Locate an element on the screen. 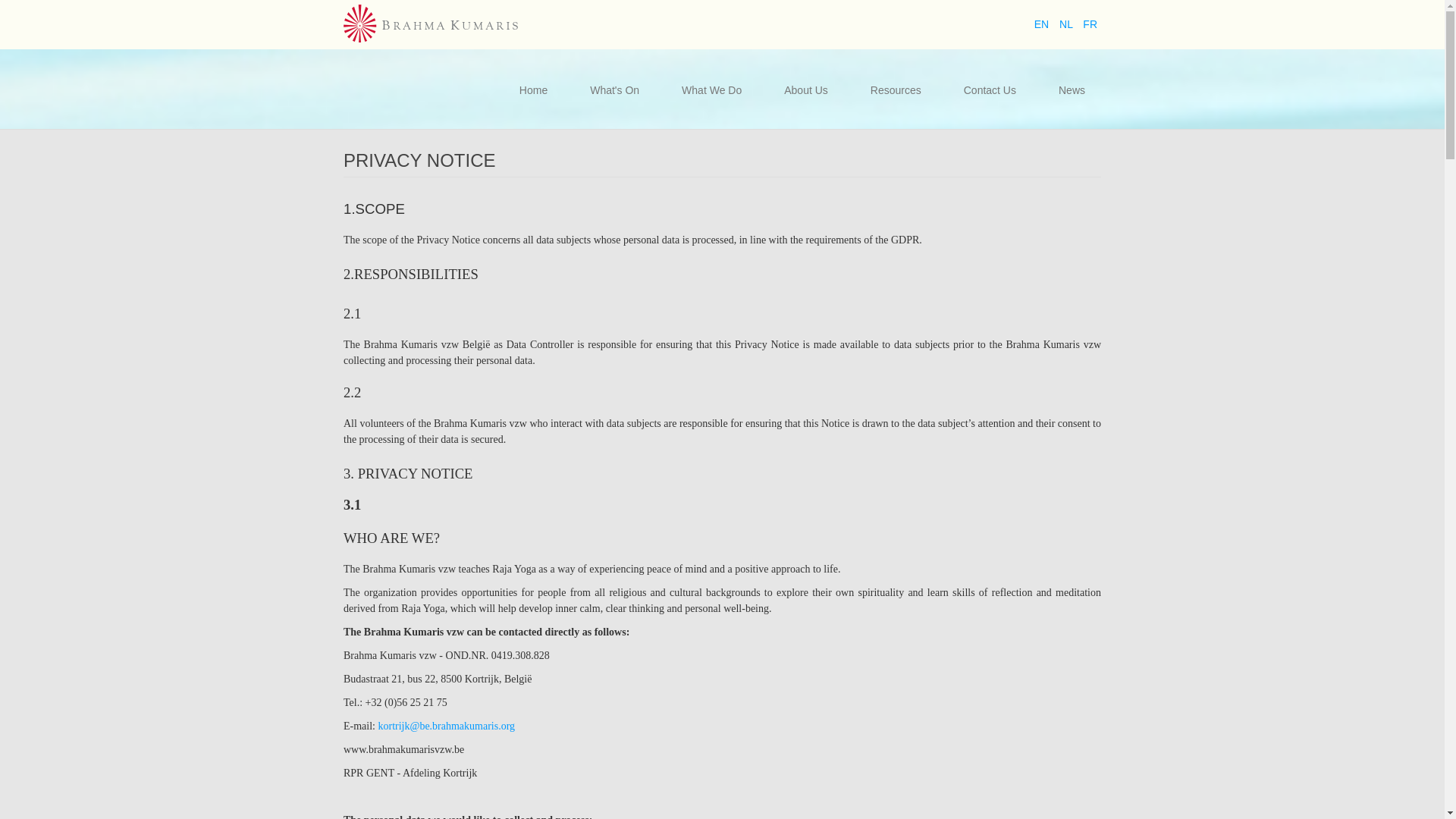 The height and width of the screenshot is (819, 1456). 'About Us' is located at coordinates (805, 90).